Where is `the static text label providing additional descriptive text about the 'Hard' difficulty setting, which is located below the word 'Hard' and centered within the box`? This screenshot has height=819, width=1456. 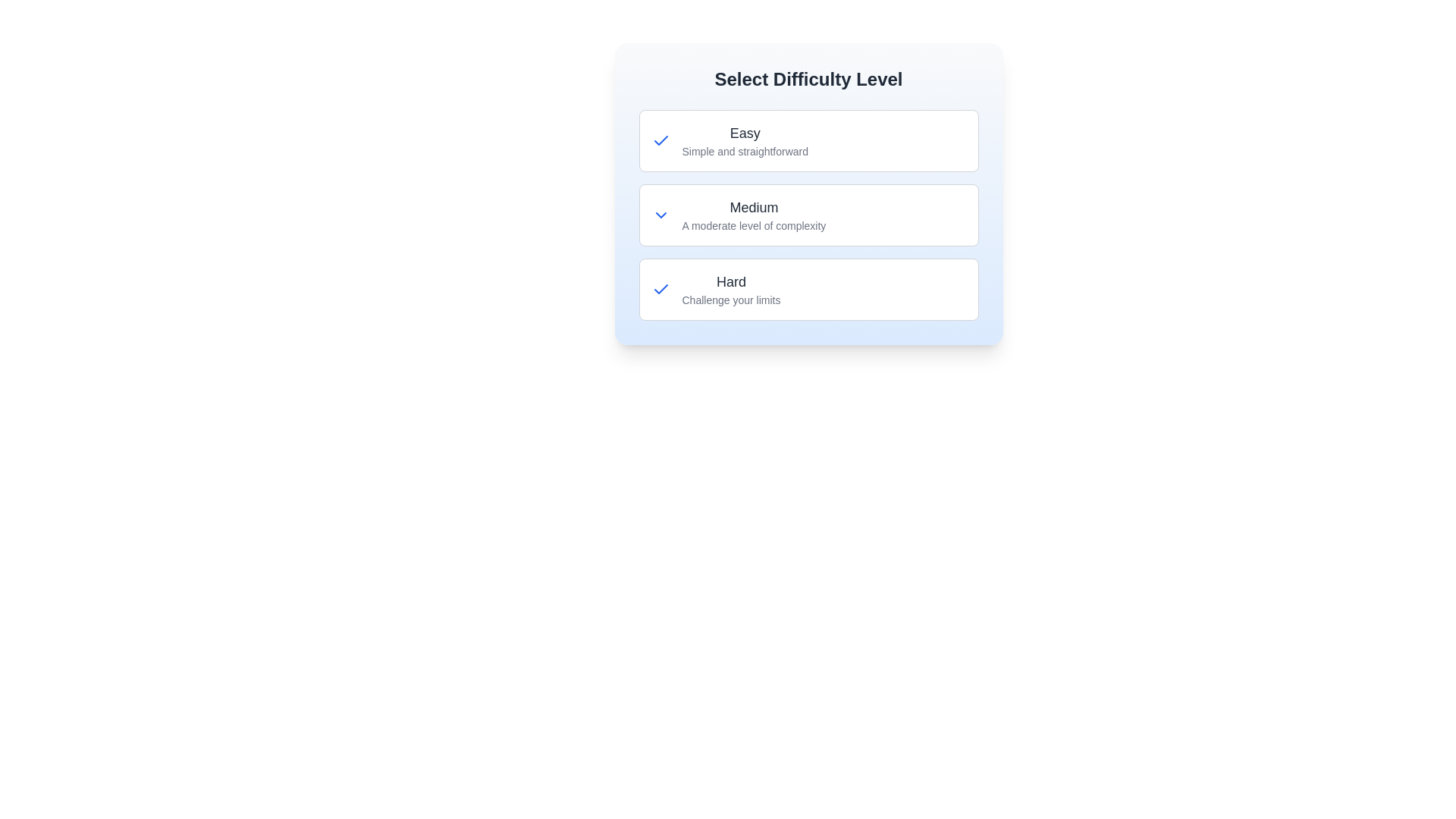
the static text label providing additional descriptive text about the 'Hard' difficulty setting, which is located below the word 'Hard' and centered within the box is located at coordinates (731, 300).